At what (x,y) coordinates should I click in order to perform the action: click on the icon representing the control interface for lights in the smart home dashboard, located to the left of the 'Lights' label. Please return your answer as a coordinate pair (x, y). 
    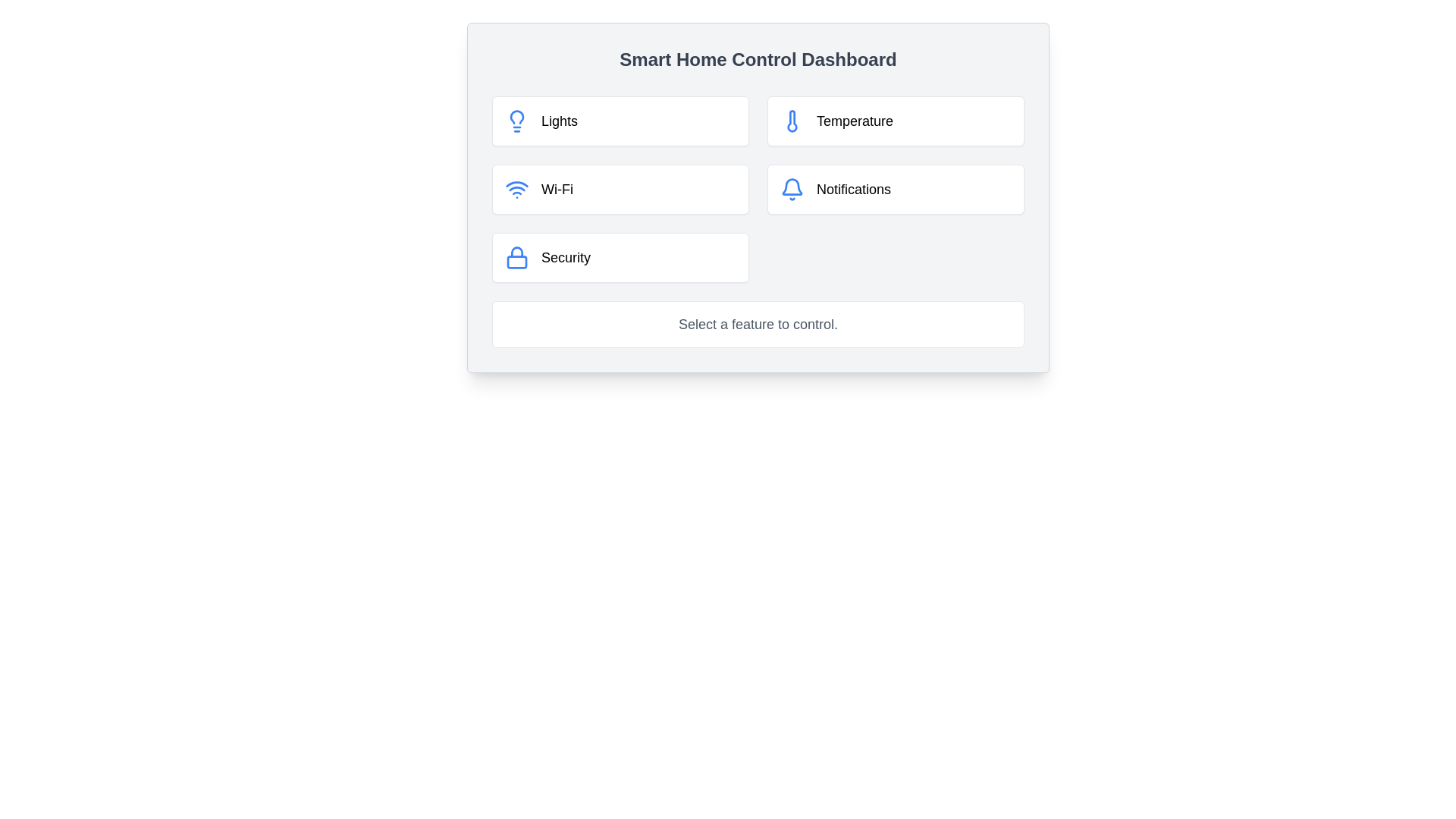
    Looking at the image, I should click on (516, 120).